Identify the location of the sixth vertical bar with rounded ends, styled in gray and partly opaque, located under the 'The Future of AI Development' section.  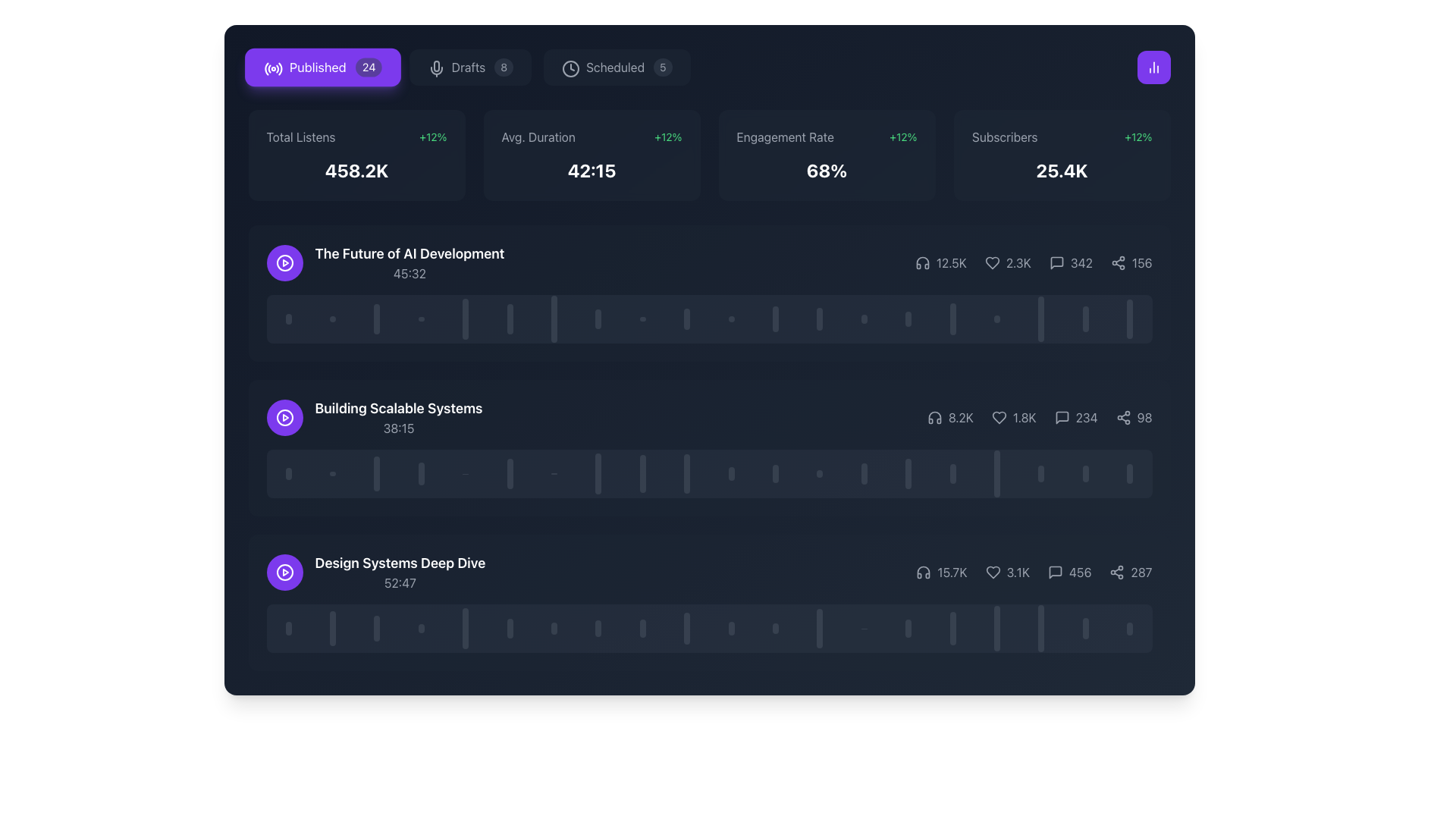
(510, 318).